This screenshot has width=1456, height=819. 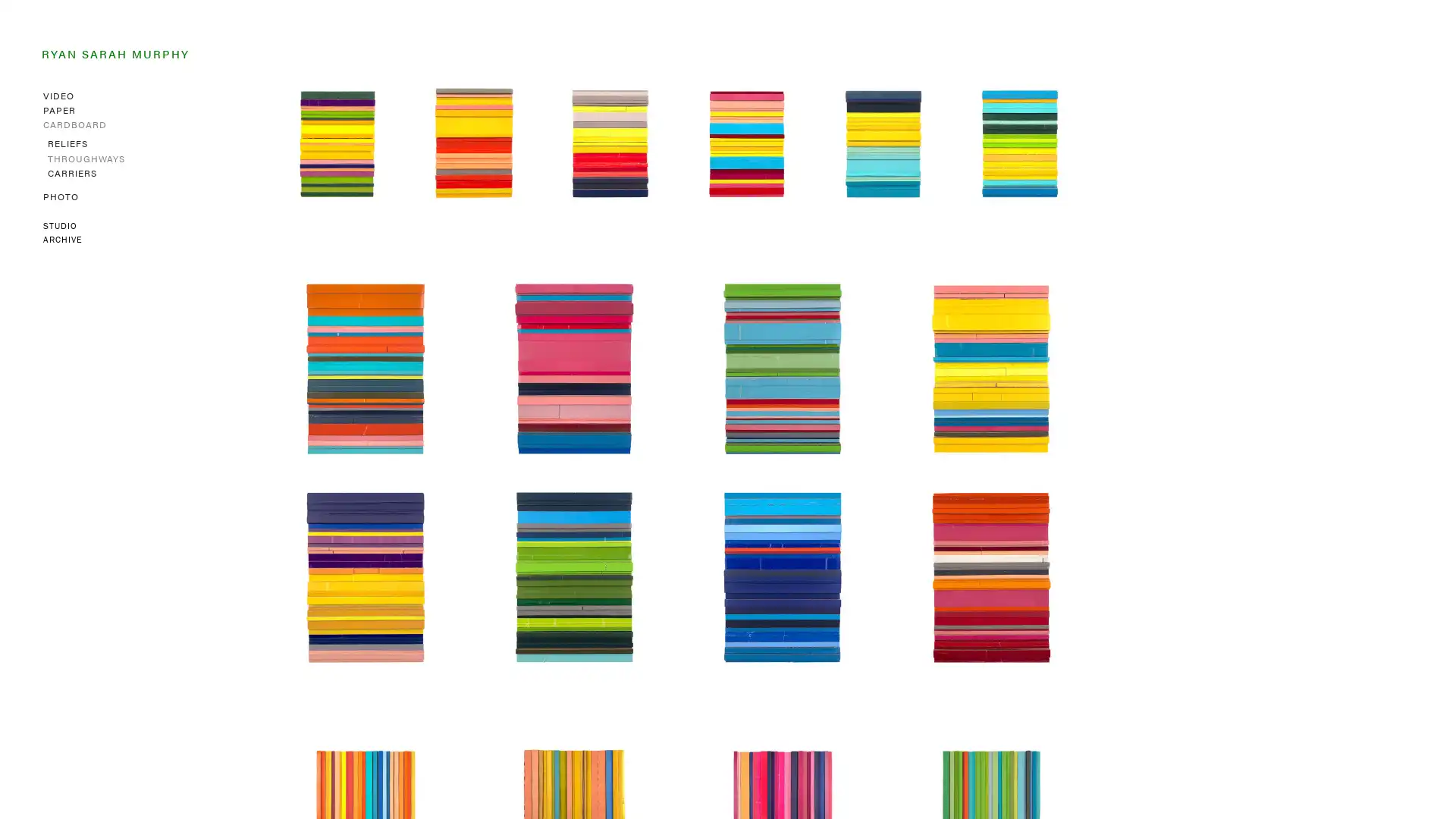 What do you see at coordinates (991, 577) in the screenshot?
I see `View fullsize Throughway - Red (Ache) , 2020 Unpainted cardboard and glue on Arches paper 11 x 7.5 inches Private Collection` at bounding box center [991, 577].